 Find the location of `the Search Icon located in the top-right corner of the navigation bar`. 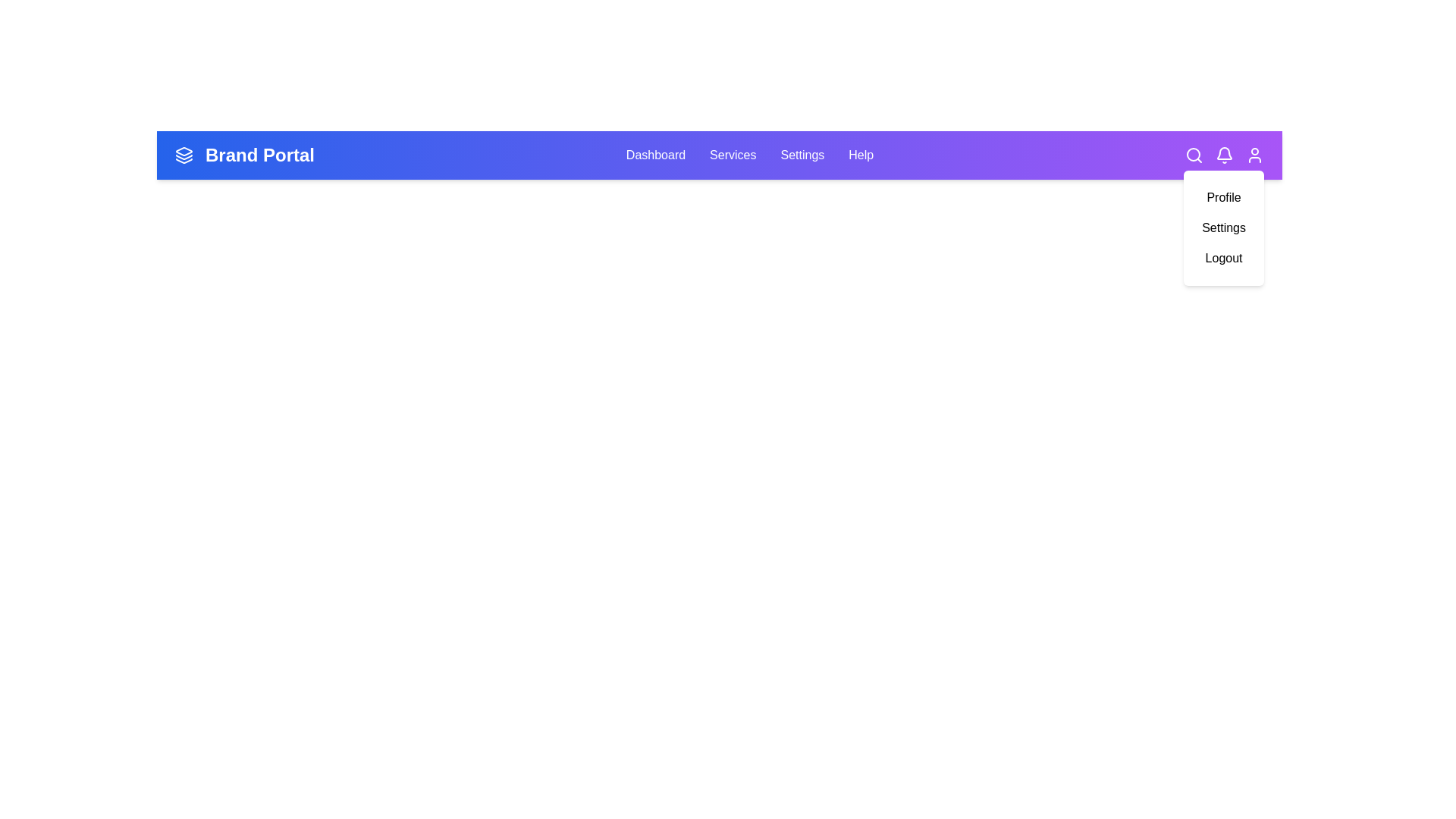

the Search Icon located in the top-right corner of the navigation bar is located at coordinates (1193, 155).